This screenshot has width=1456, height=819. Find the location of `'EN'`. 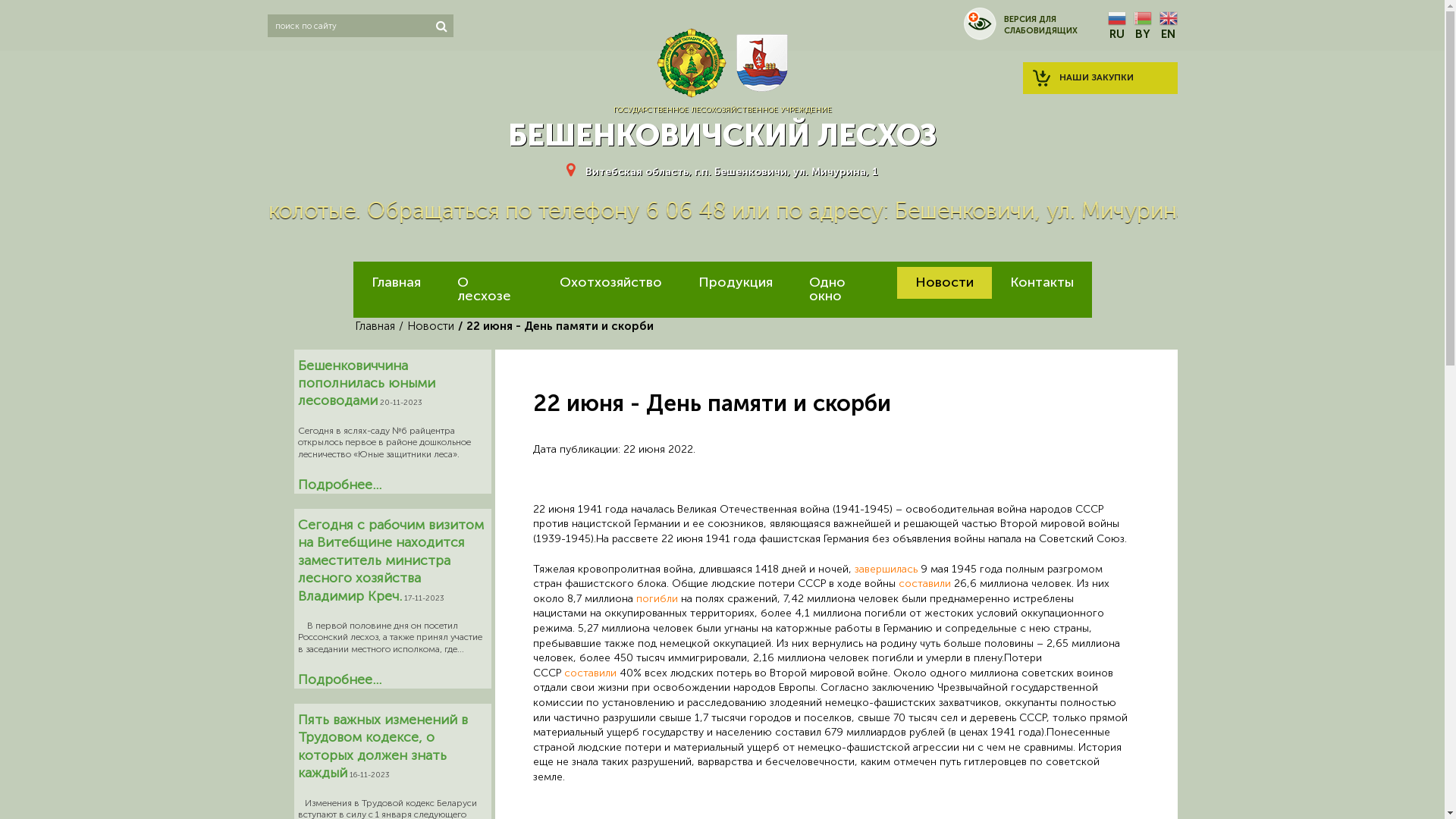

'EN' is located at coordinates (1167, 26).